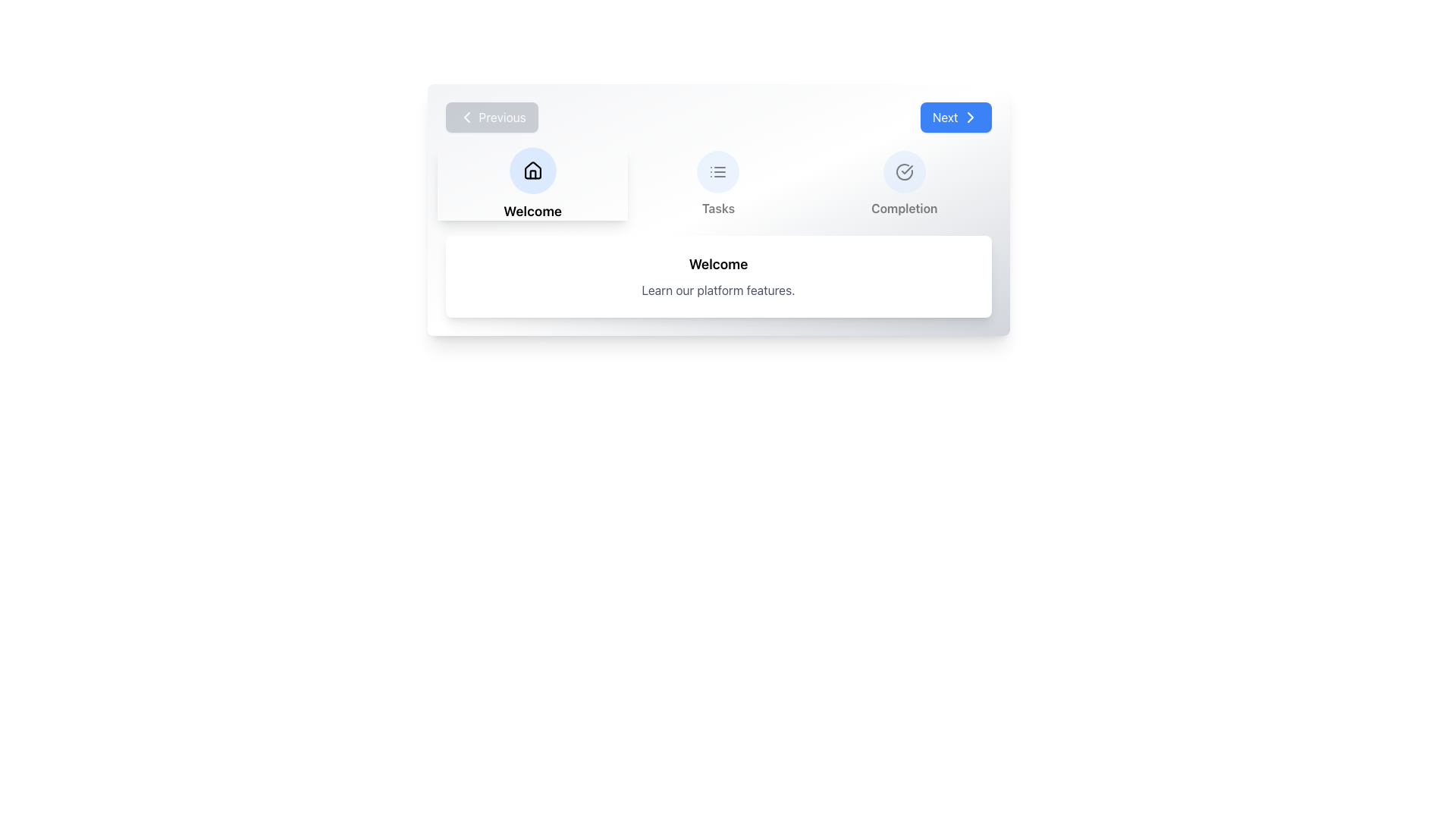  I want to click on the circular vector graphic that represents a progress or check indicator within the 'Completion' icon, specifically near its lower-left quadrant, so click(904, 171).